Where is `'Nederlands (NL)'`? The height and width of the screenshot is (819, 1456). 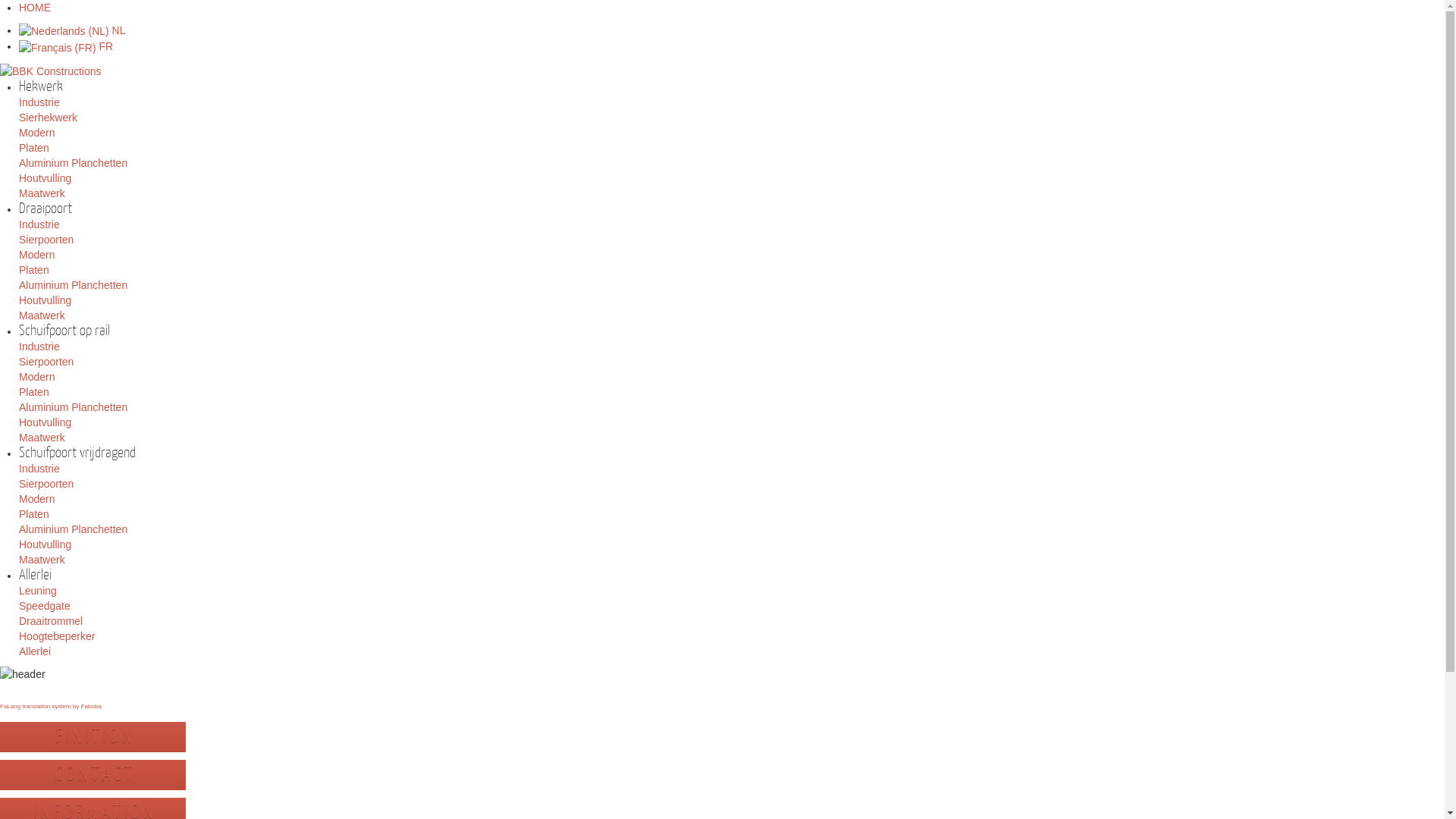
'Nederlands (NL)' is located at coordinates (63, 31).